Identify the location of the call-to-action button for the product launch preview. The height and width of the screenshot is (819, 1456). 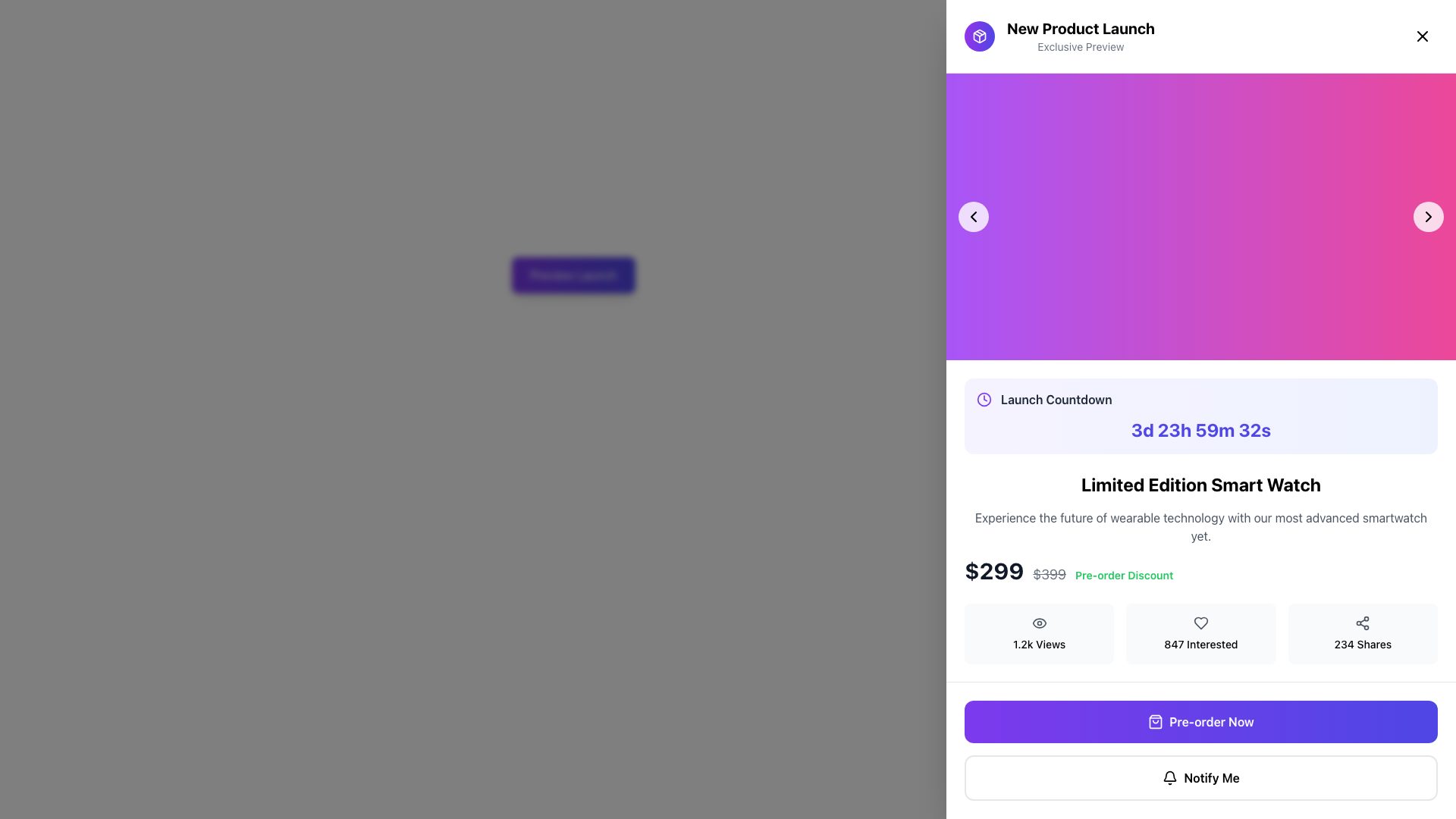
(573, 275).